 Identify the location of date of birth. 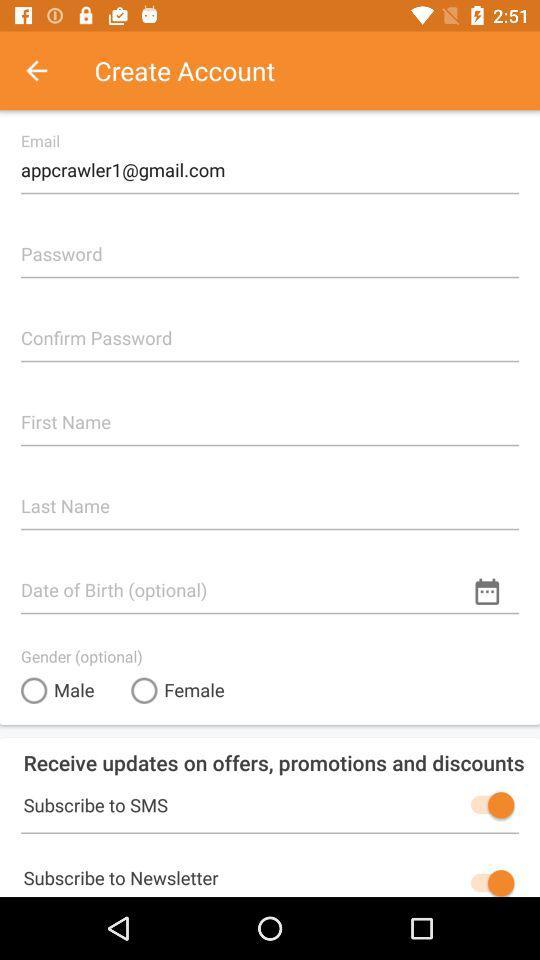
(270, 581).